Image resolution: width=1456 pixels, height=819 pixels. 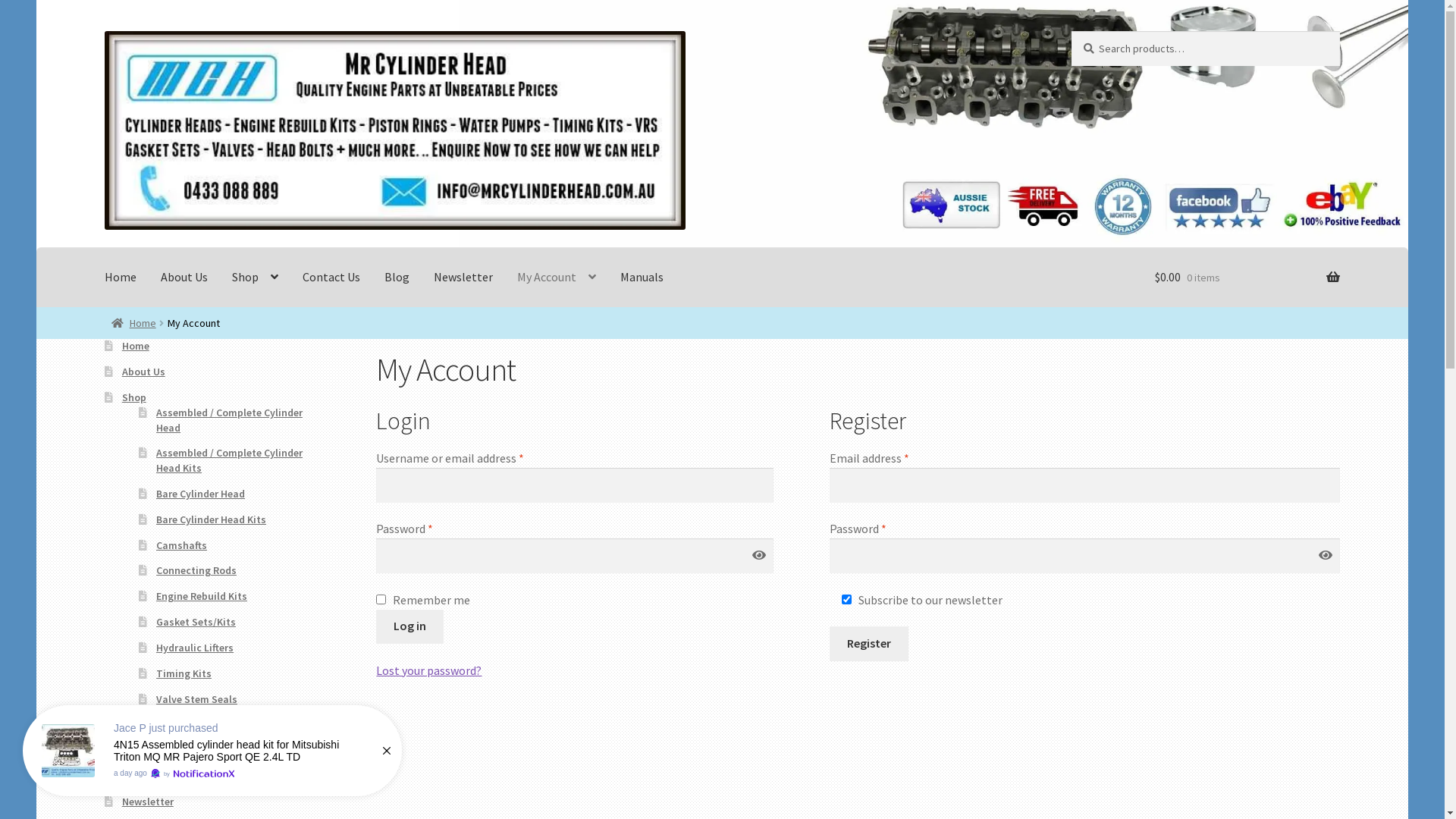 I want to click on 'Engine Rebuild Kits', so click(x=200, y=595).